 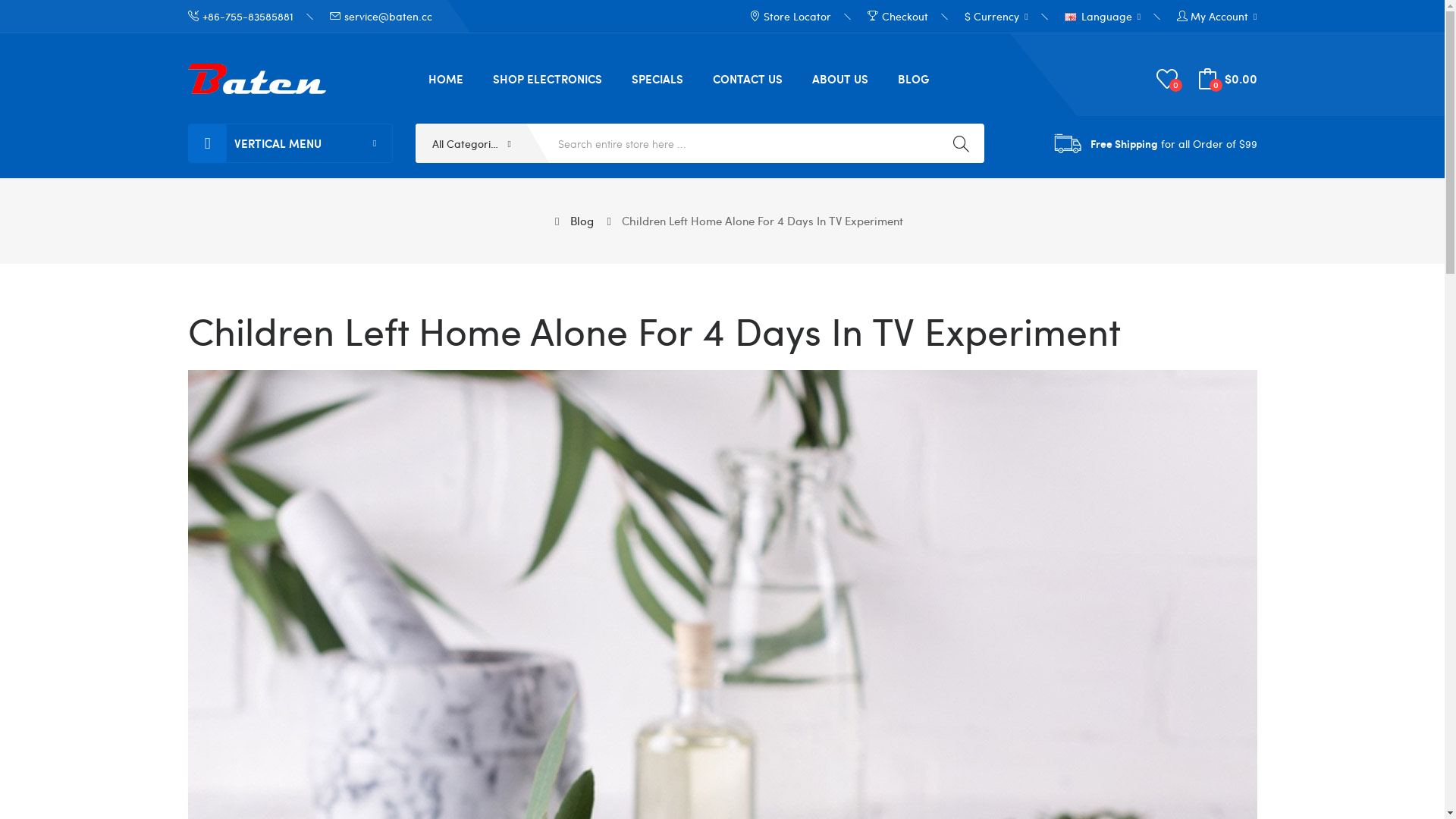 I want to click on '0, so click(x=1226, y=79).